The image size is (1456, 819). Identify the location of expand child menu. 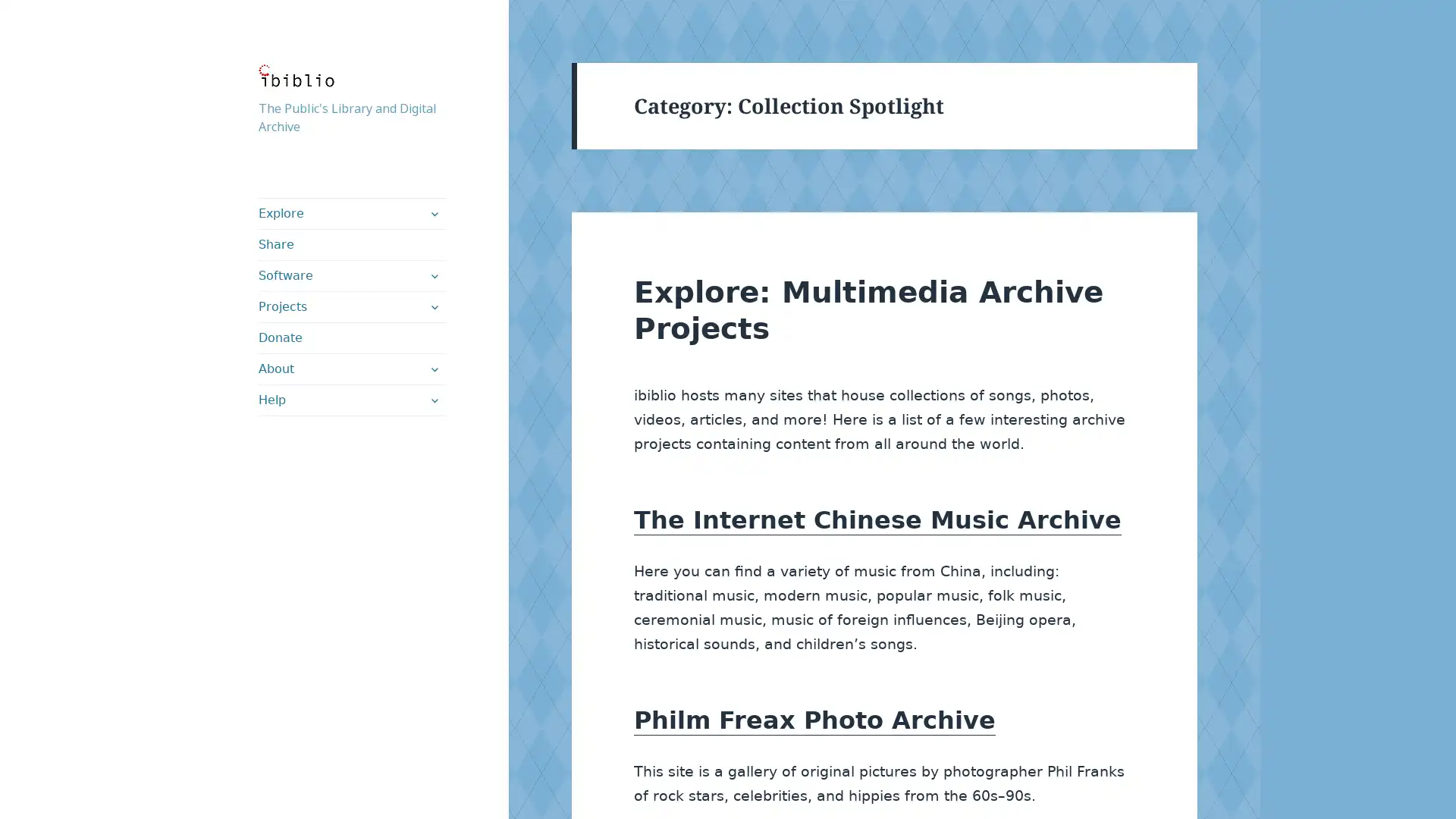
(432, 369).